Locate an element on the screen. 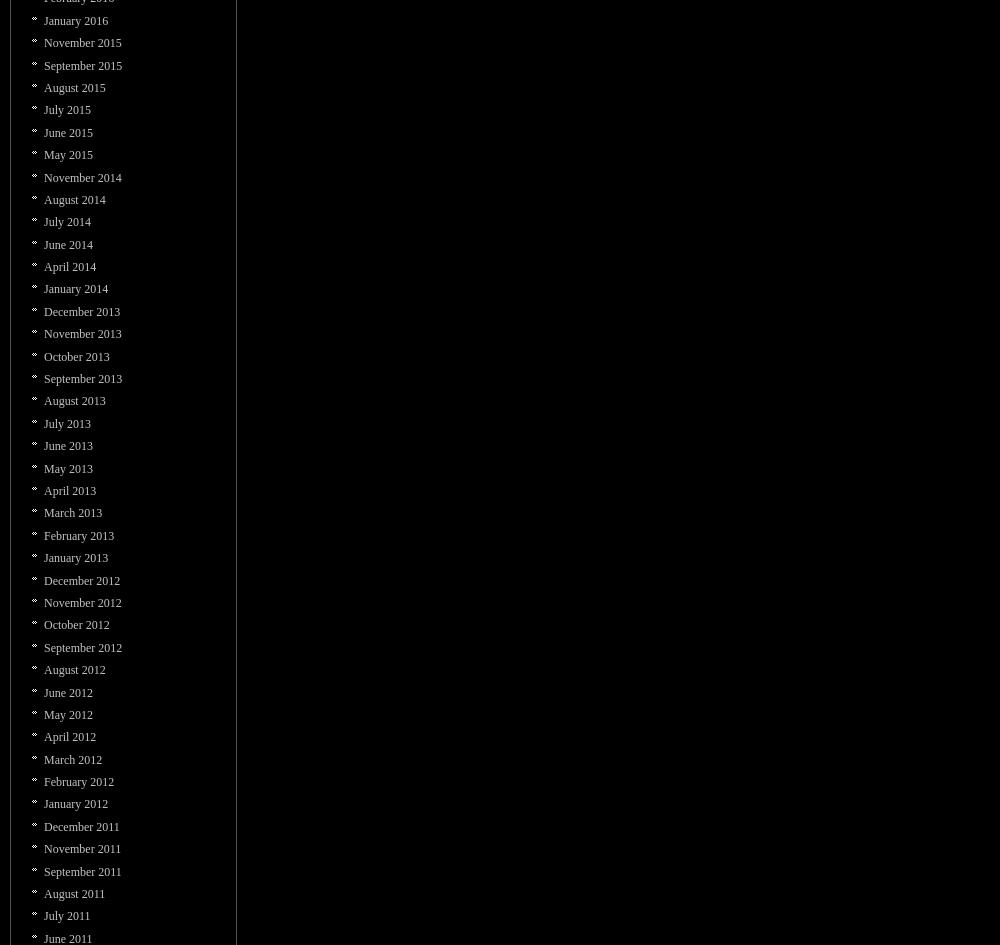 Image resolution: width=1000 pixels, height=945 pixels. 'September 2011' is located at coordinates (81, 871).